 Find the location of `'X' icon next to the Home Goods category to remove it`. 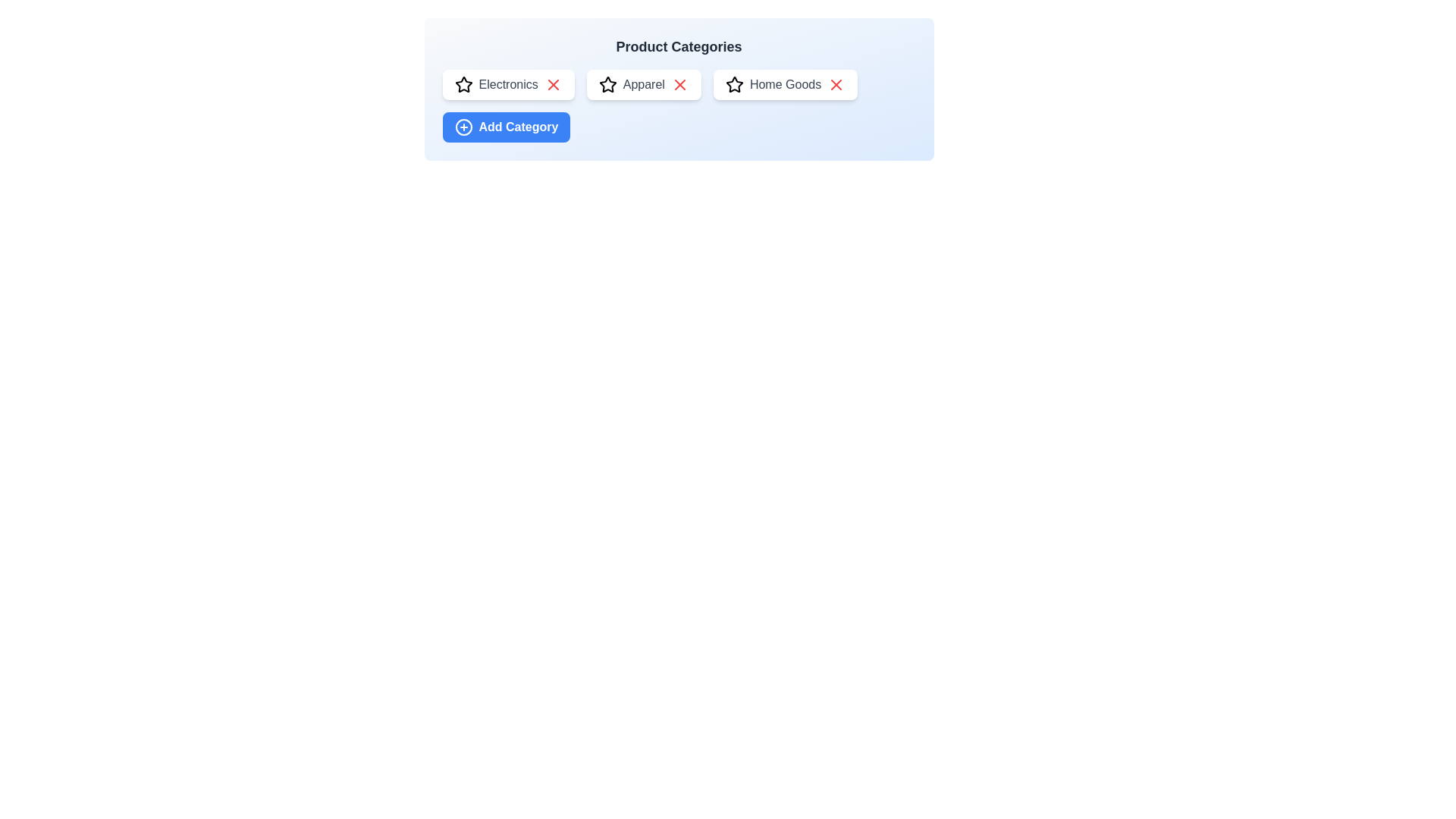

'X' icon next to the Home Goods category to remove it is located at coordinates (836, 84).